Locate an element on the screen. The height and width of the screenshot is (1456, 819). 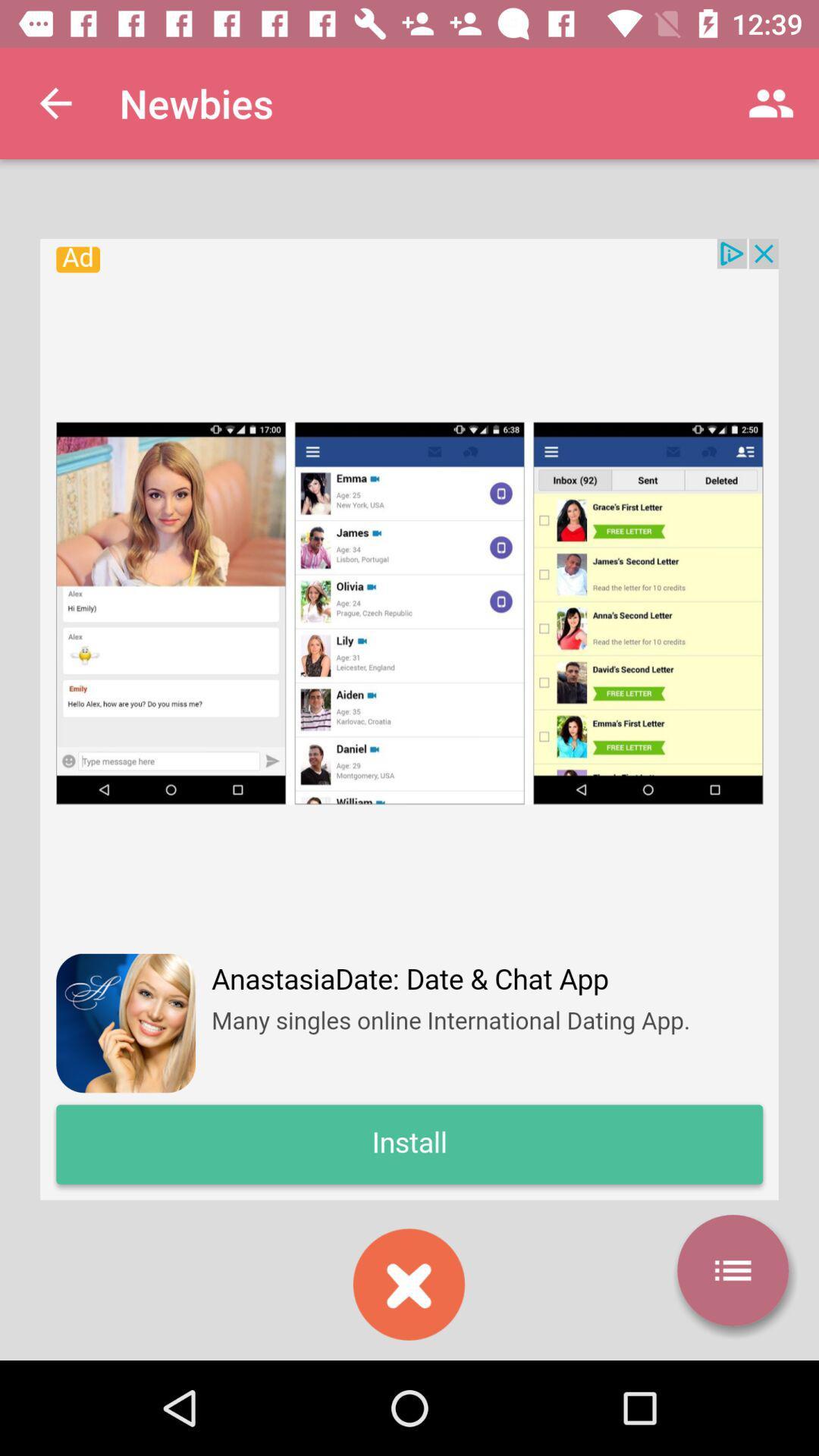
as a list is located at coordinates (732, 1270).